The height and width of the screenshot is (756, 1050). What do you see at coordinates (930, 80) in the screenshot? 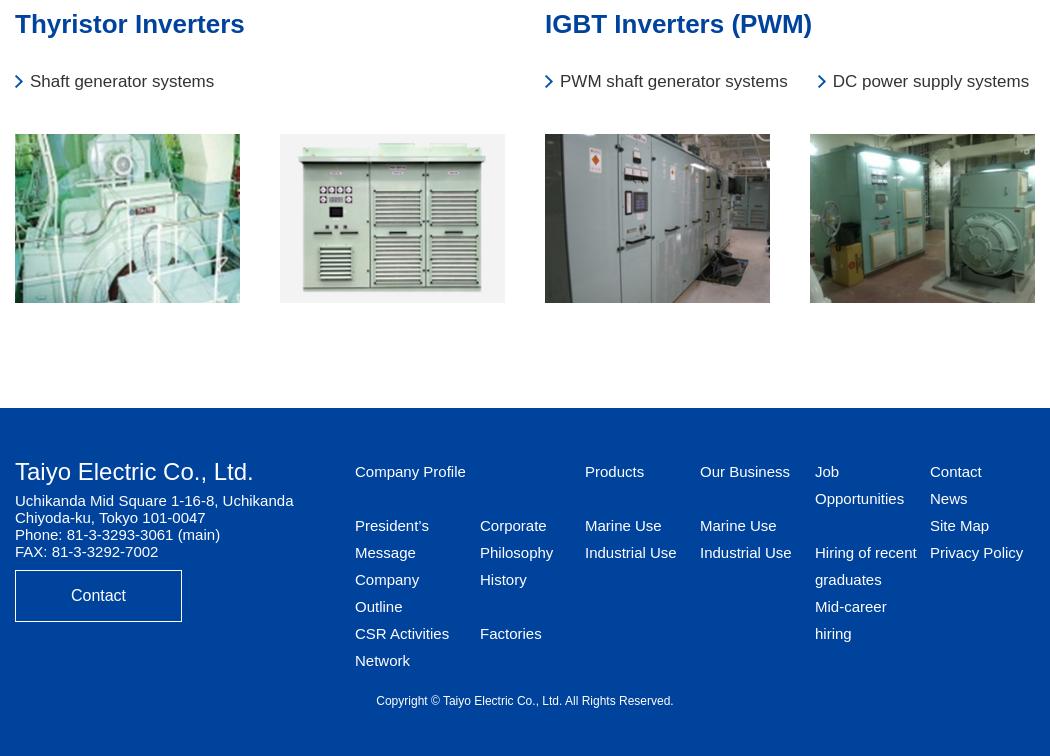
I see `'DC power supply systems'` at bounding box center [930, 80].